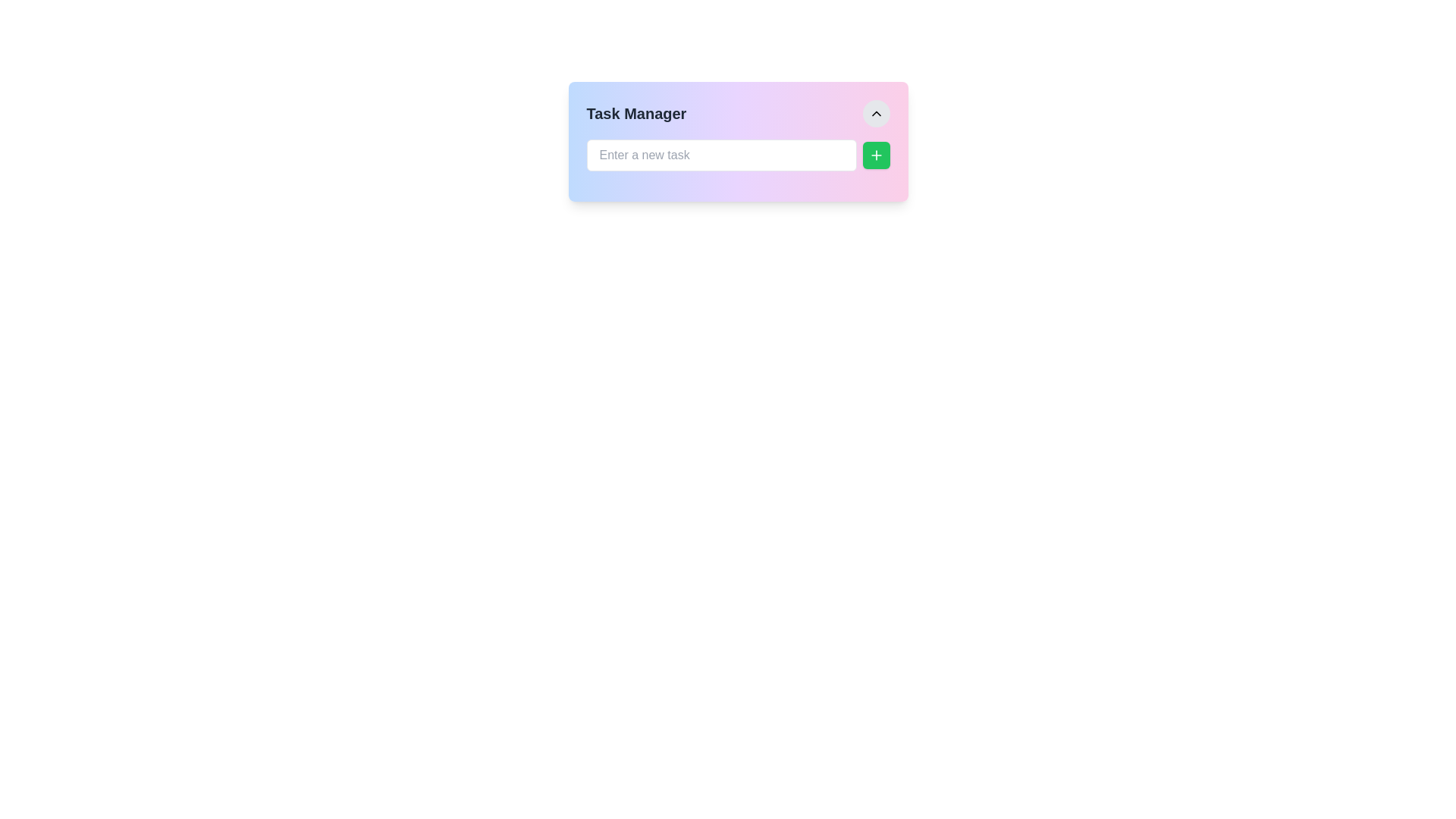 The image size is (1456, 819). Describe the element at coordinates (876, 113) in the screenshot. I see `the circular button with a light gray background and a chevron-up icon` at that location.